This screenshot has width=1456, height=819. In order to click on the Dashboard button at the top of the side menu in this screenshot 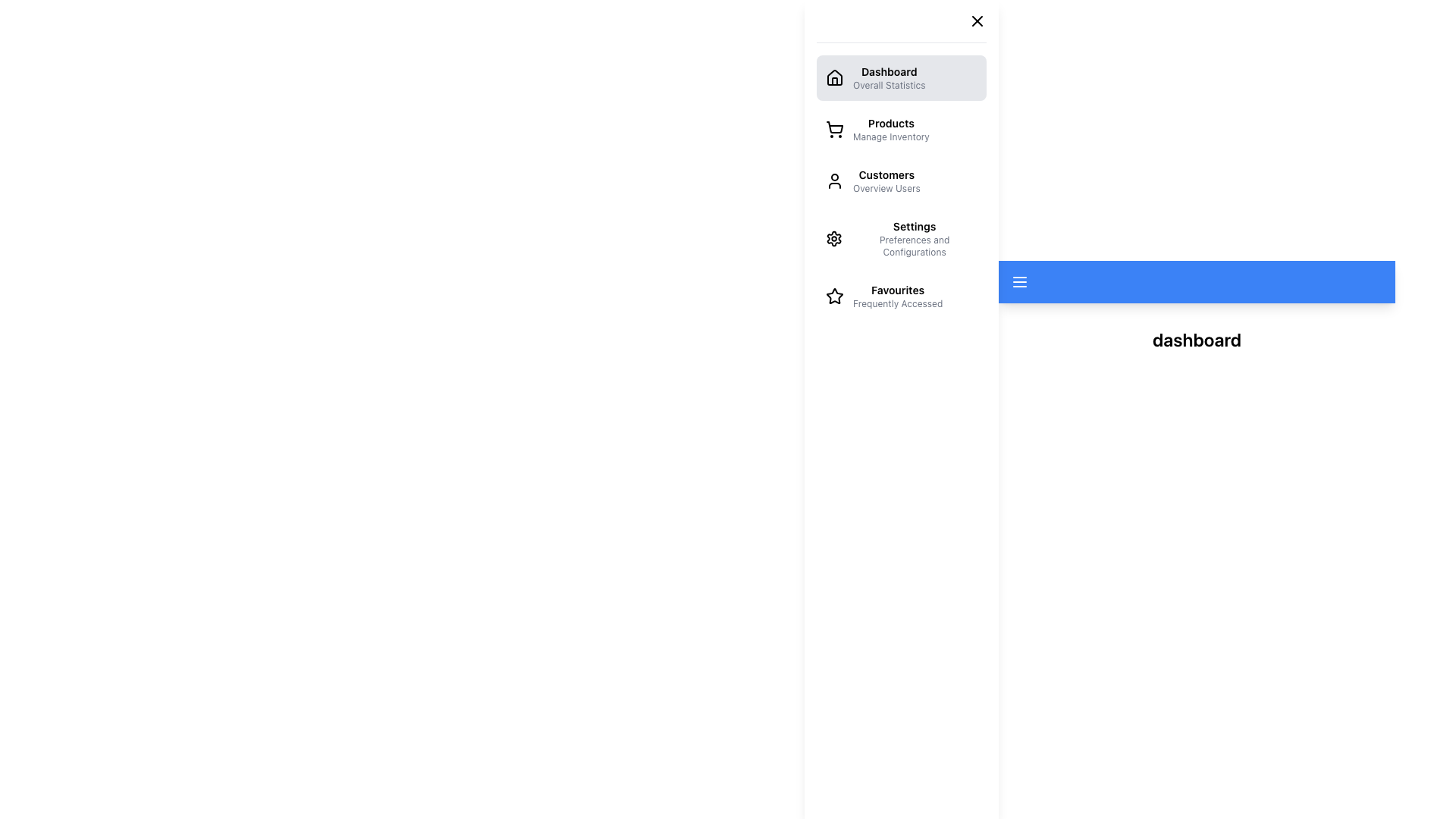, I will do `click(902, 78)`.